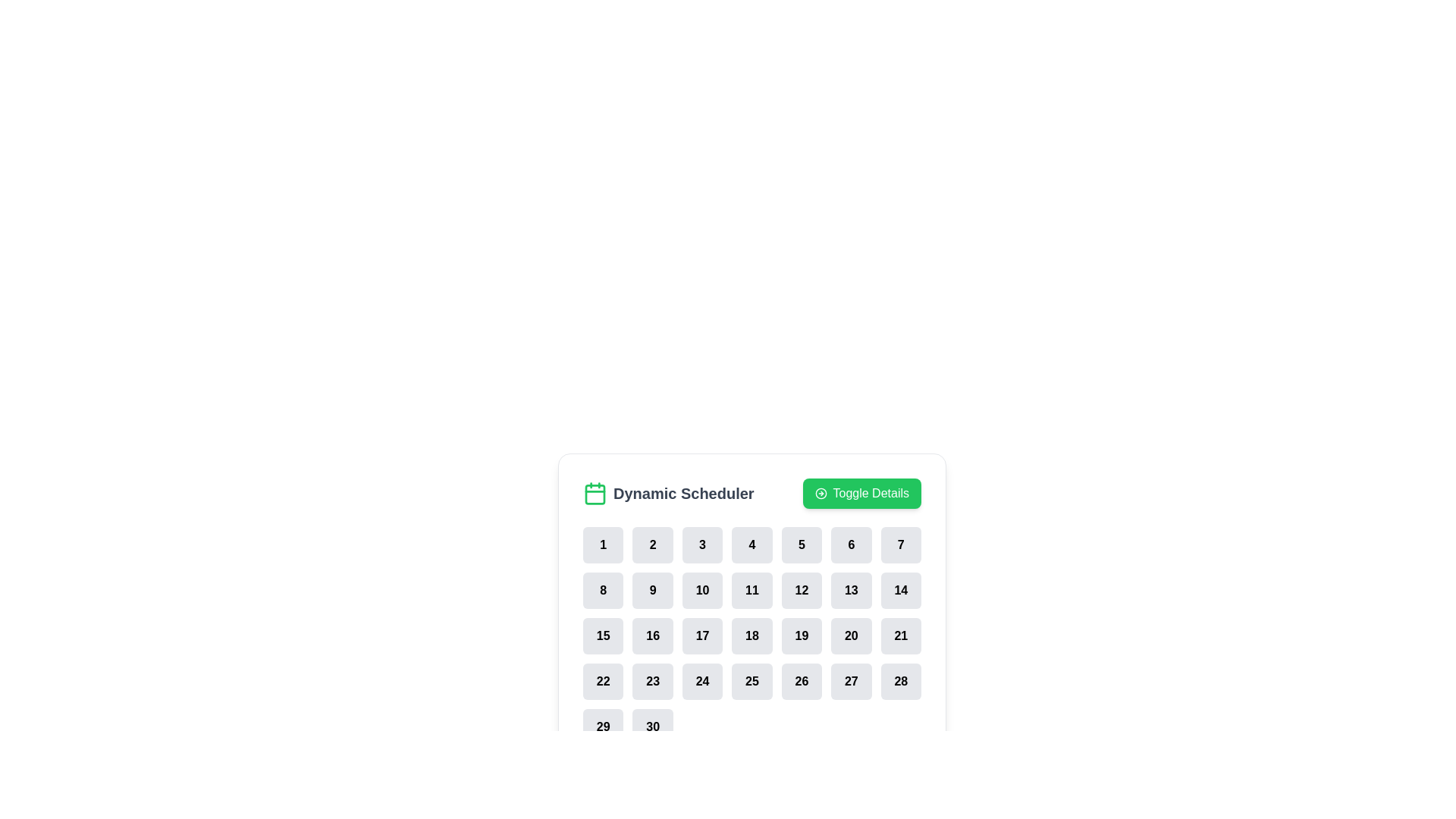 The width and height of the screenshot is (1456, 819). I want to click on the rectangular button with rounded corners that displays the number '4' in bold black text, indicating a day or count, so click(752, 544).